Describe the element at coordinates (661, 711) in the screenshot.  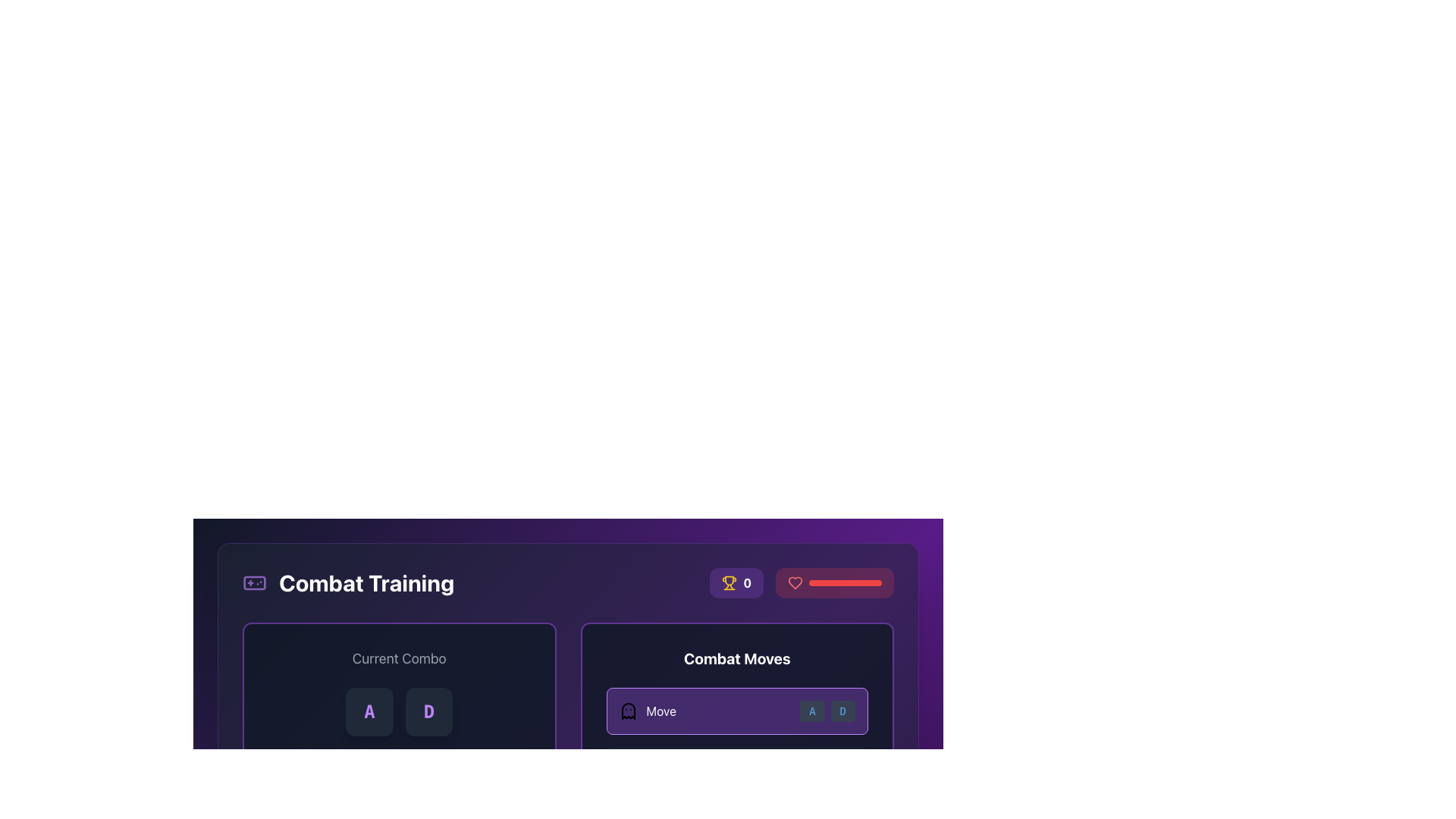
I see `text label displaying the word 'Move' in white font against a purple background, located next to a ghost icon in the Combat Moves section` at that location.